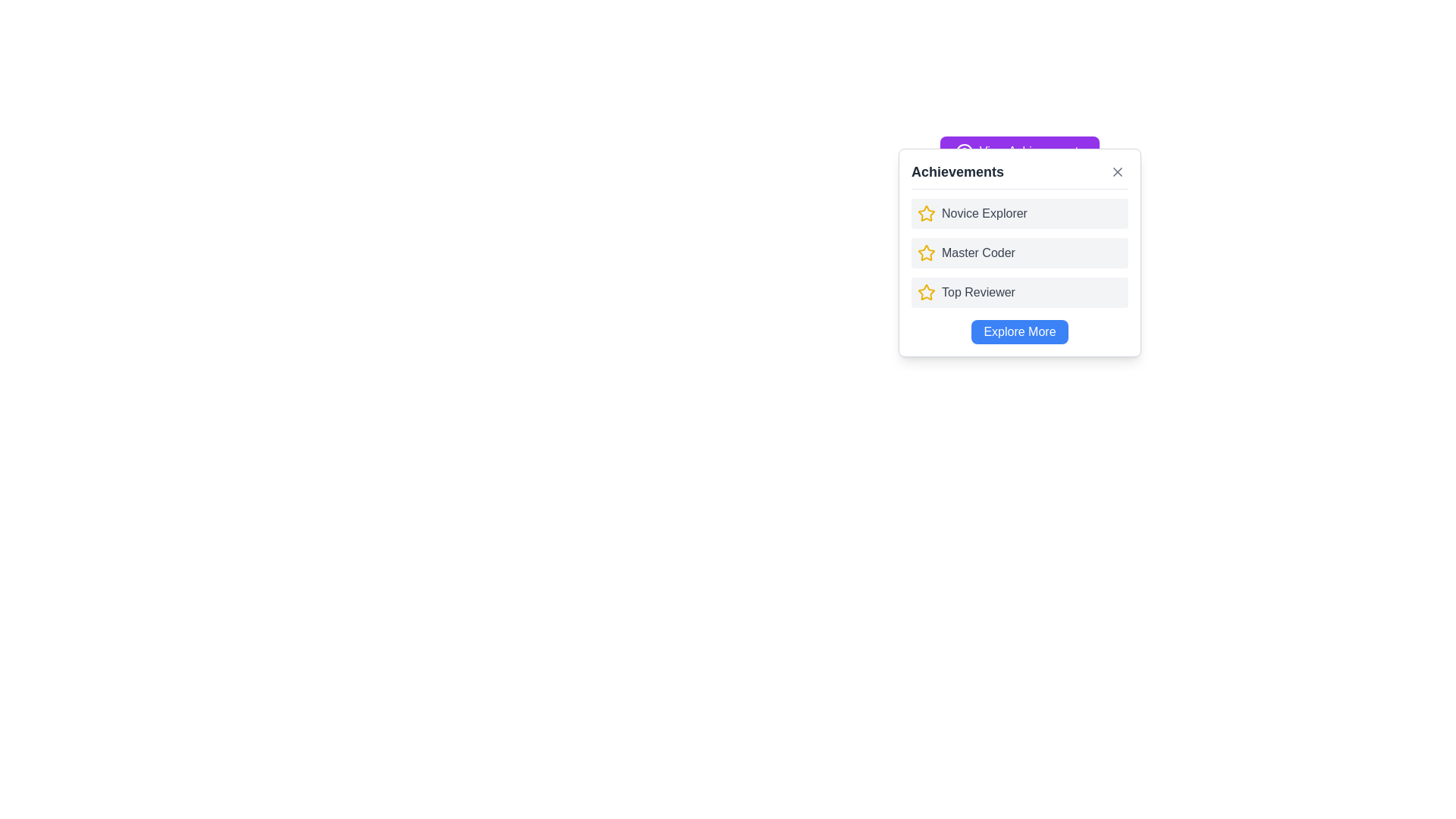  I want to click on the 'Master Coder' text label element, which is styled in gray and is located next to a yellow star icon within the 'Achievements' popup box, so click(978, 253).